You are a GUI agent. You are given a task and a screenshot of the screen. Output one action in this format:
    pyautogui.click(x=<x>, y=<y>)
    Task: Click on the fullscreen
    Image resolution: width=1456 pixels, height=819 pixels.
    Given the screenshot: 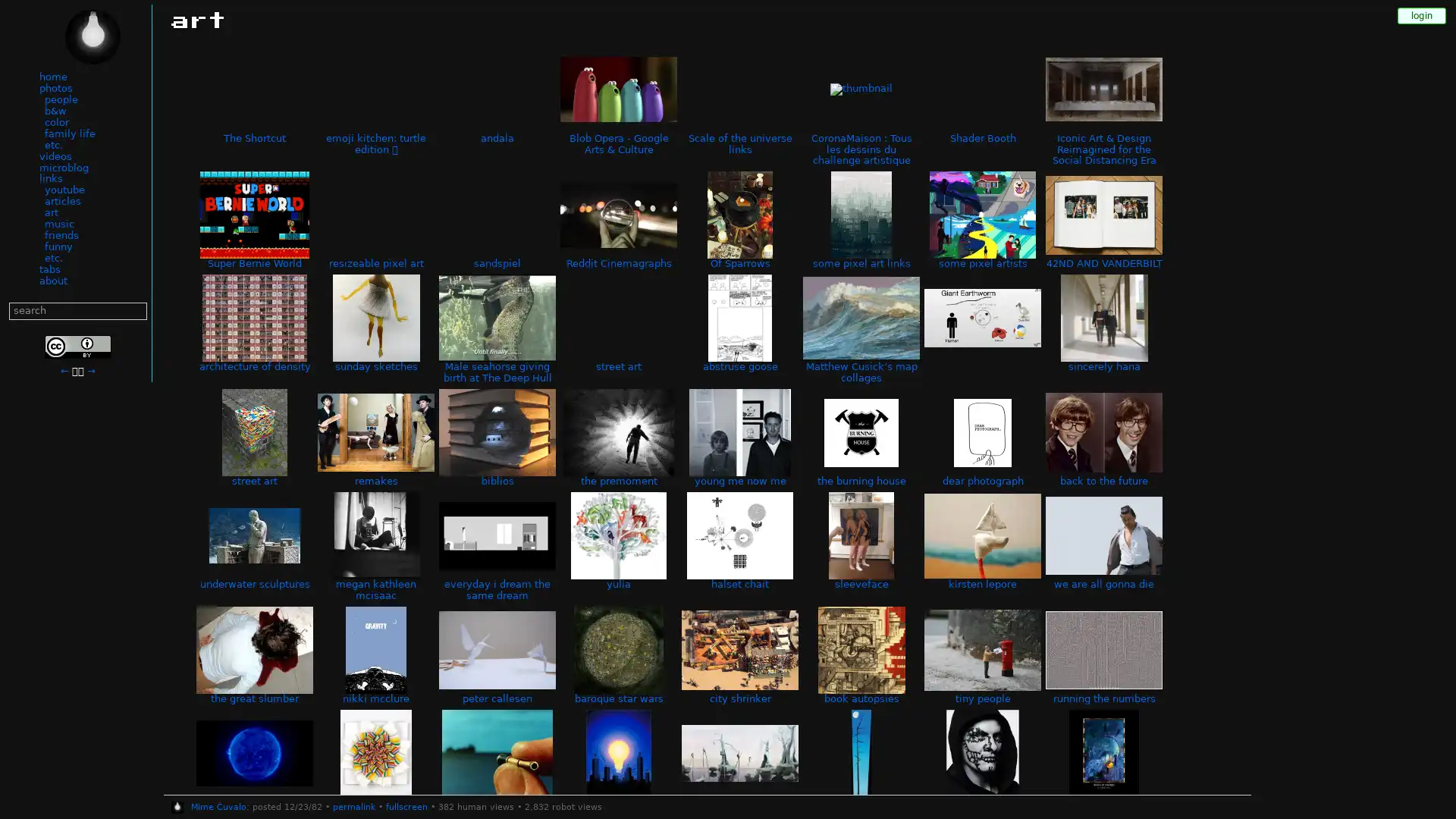 What is the action you would take?
    pyautogui.click(x=406, y=806)
    